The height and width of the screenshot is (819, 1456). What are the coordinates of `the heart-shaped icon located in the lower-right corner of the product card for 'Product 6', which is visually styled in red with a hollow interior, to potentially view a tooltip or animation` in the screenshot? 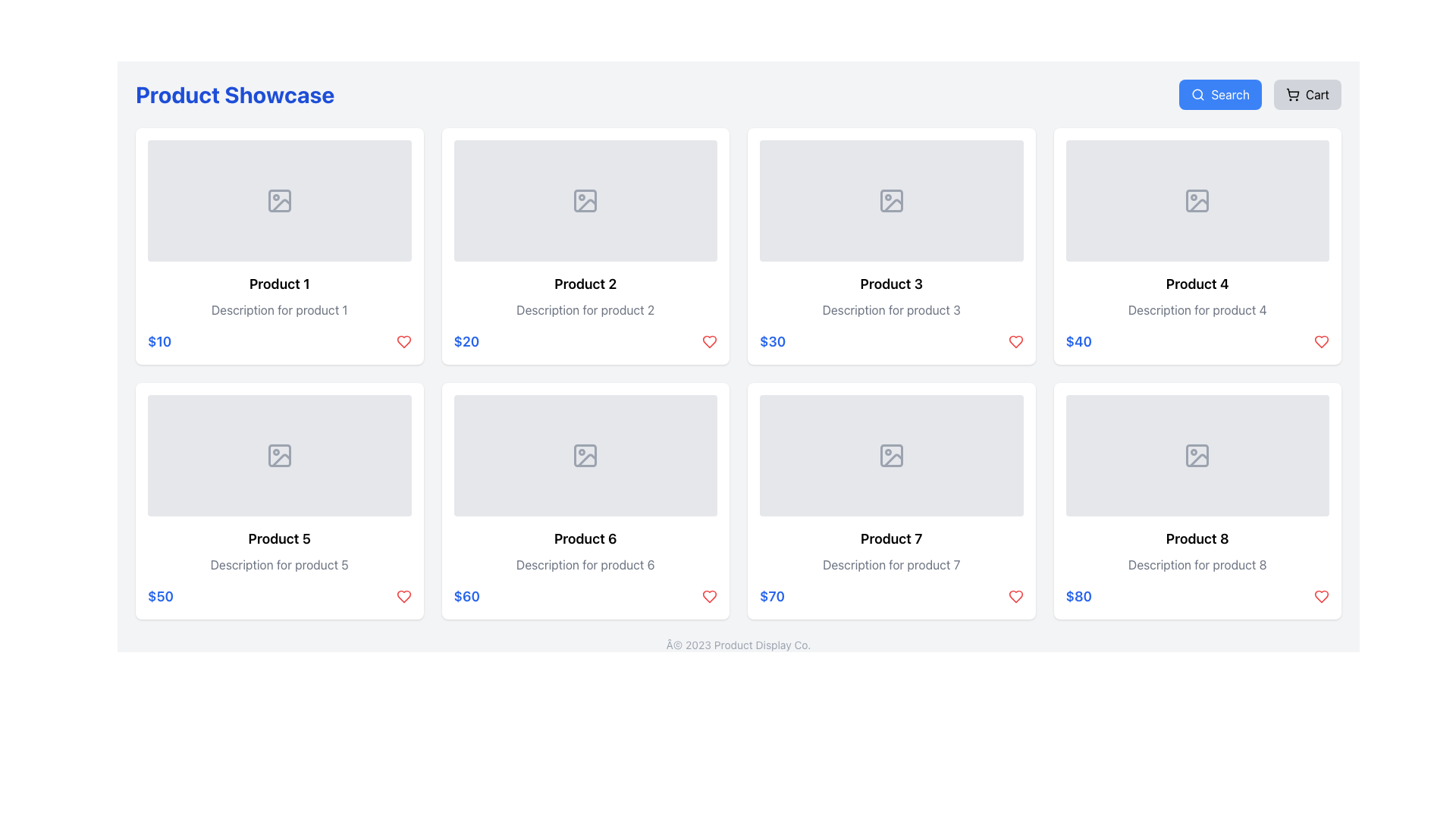 It's located at (709, 595).